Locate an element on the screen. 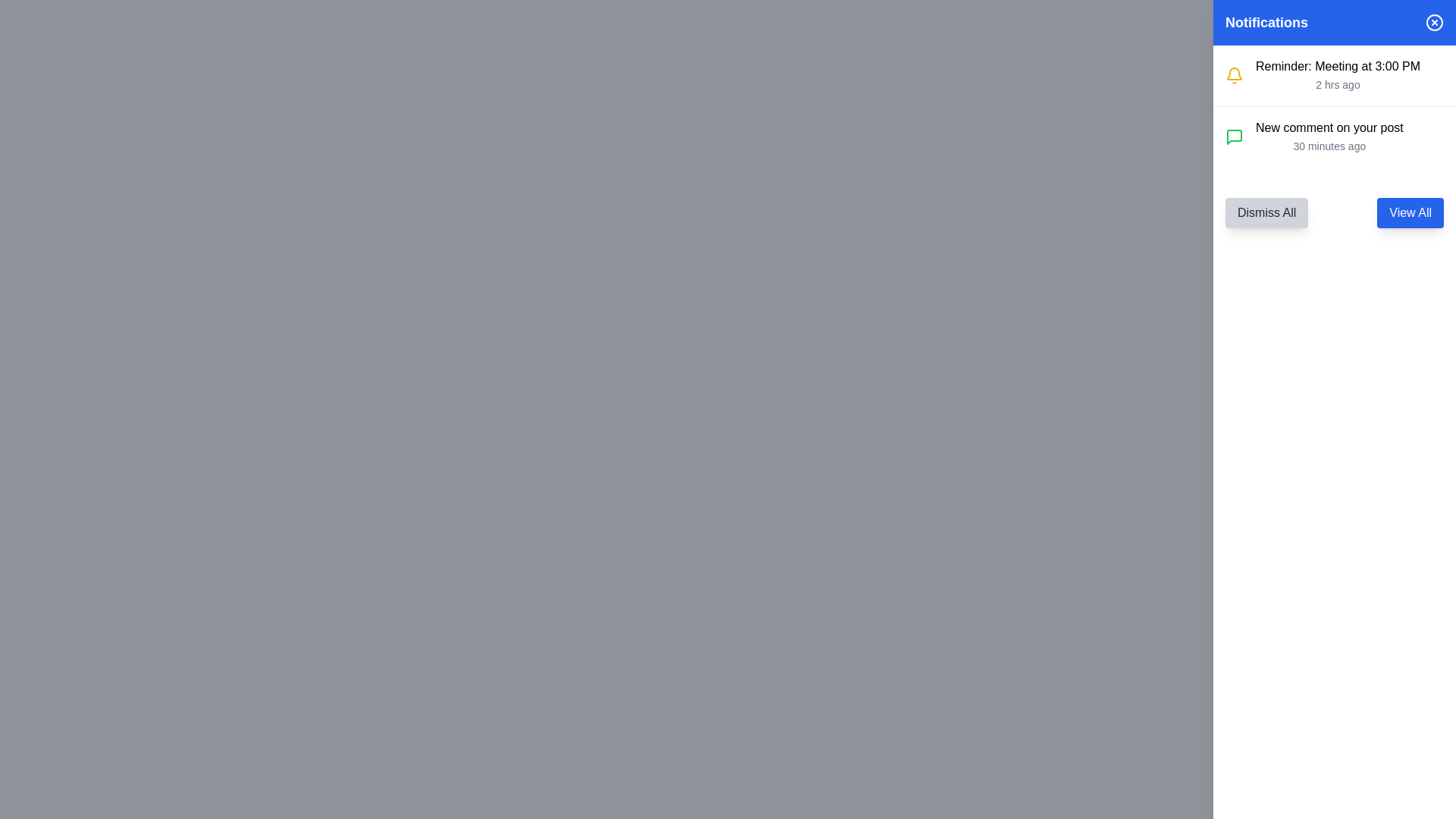 This screenshot has height=819, width=1456. notification text from the text block element that displays 'Reminder: Meeting at 3:00 PM' and '2 hrs ago' in the right-side notification panel is located at coordinates (1338, 76).